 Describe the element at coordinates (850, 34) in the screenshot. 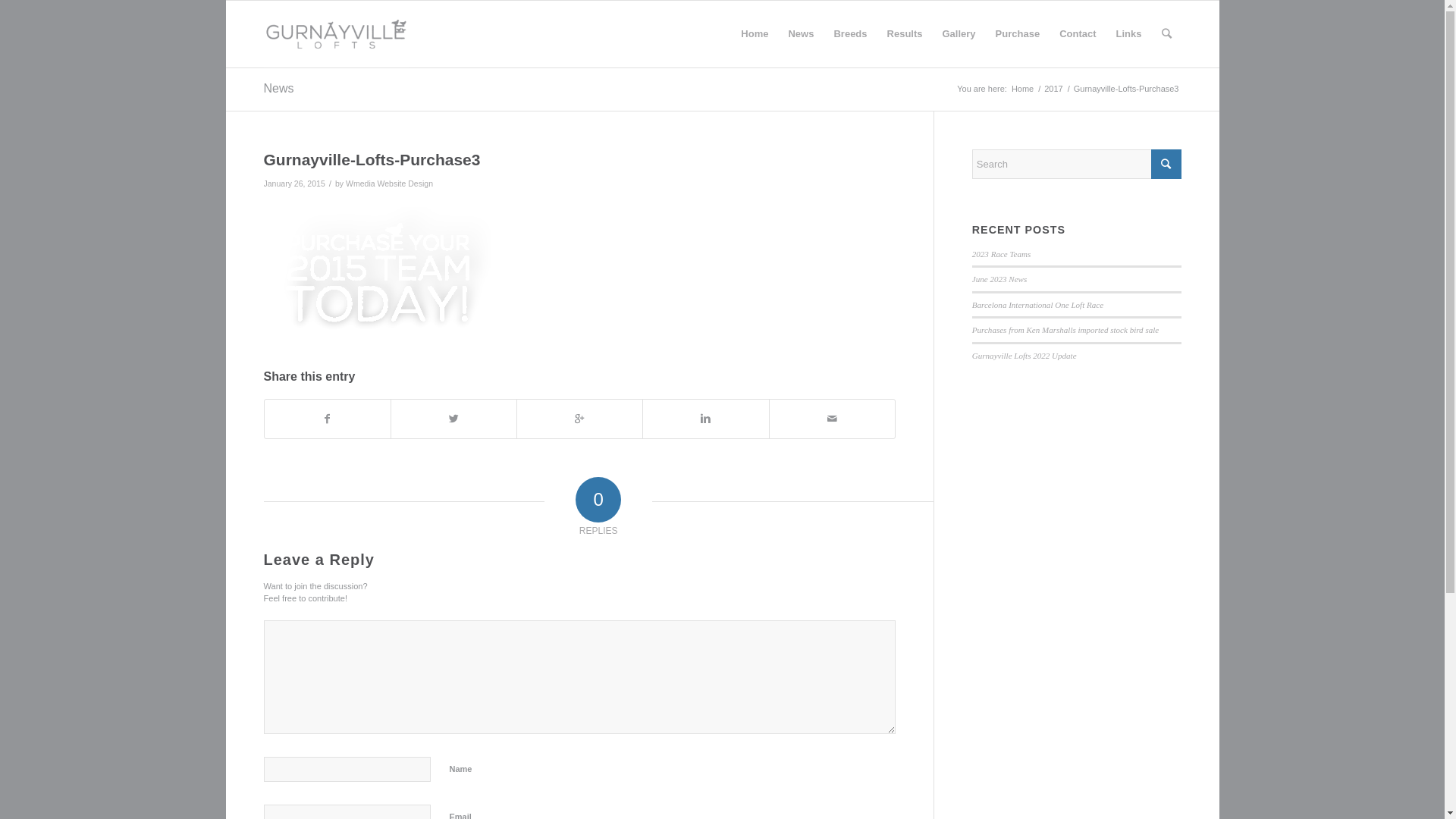

I see `'Breeds'` at that location.